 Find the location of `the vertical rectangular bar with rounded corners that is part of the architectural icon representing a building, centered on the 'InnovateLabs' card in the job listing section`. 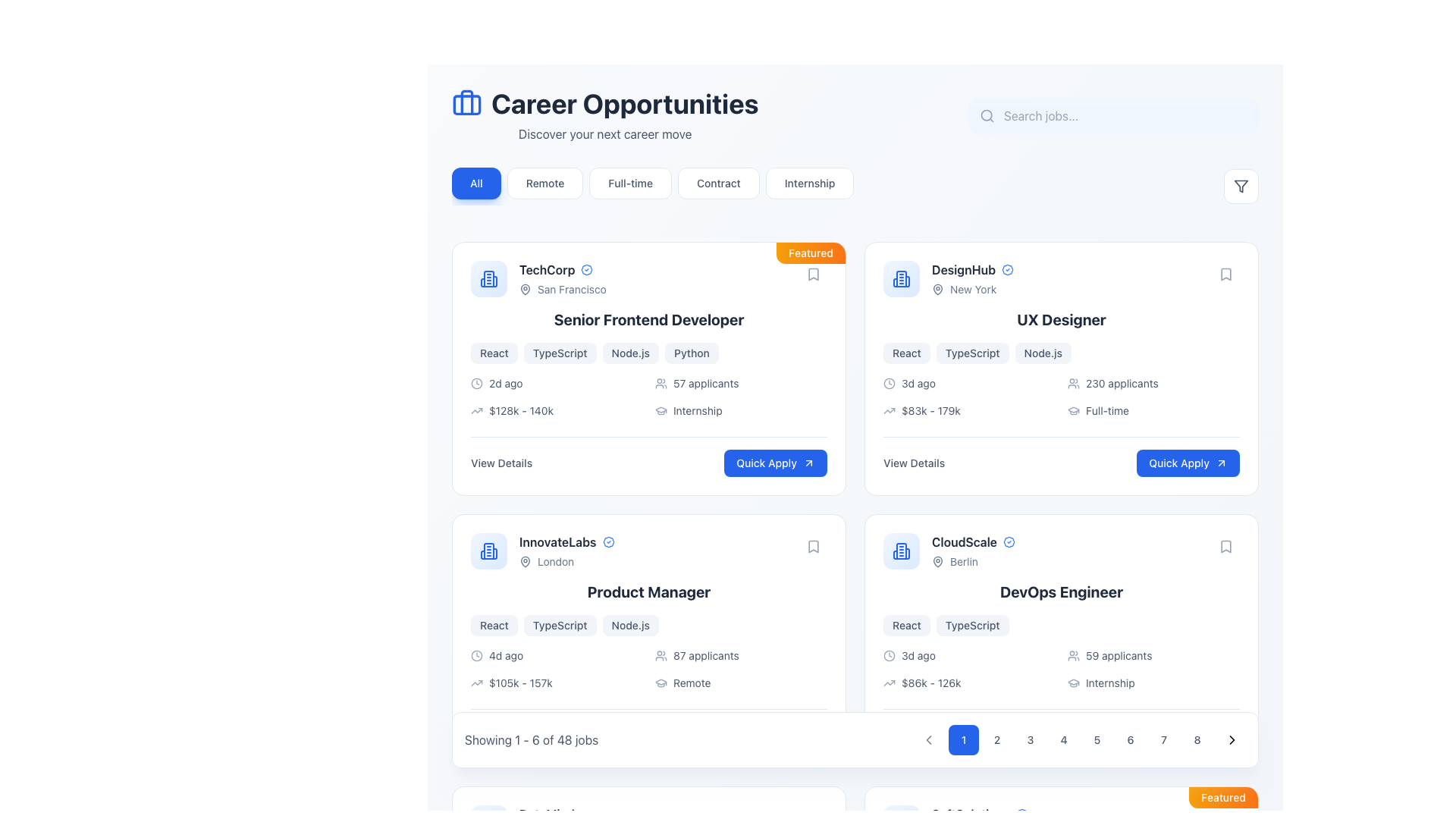

the vertical rectangular bar with rounded corners that is part of the architectural icon representing a building, centered on the 'InnovateLabs' card in the job listing section is located at coordinates (488, 551).